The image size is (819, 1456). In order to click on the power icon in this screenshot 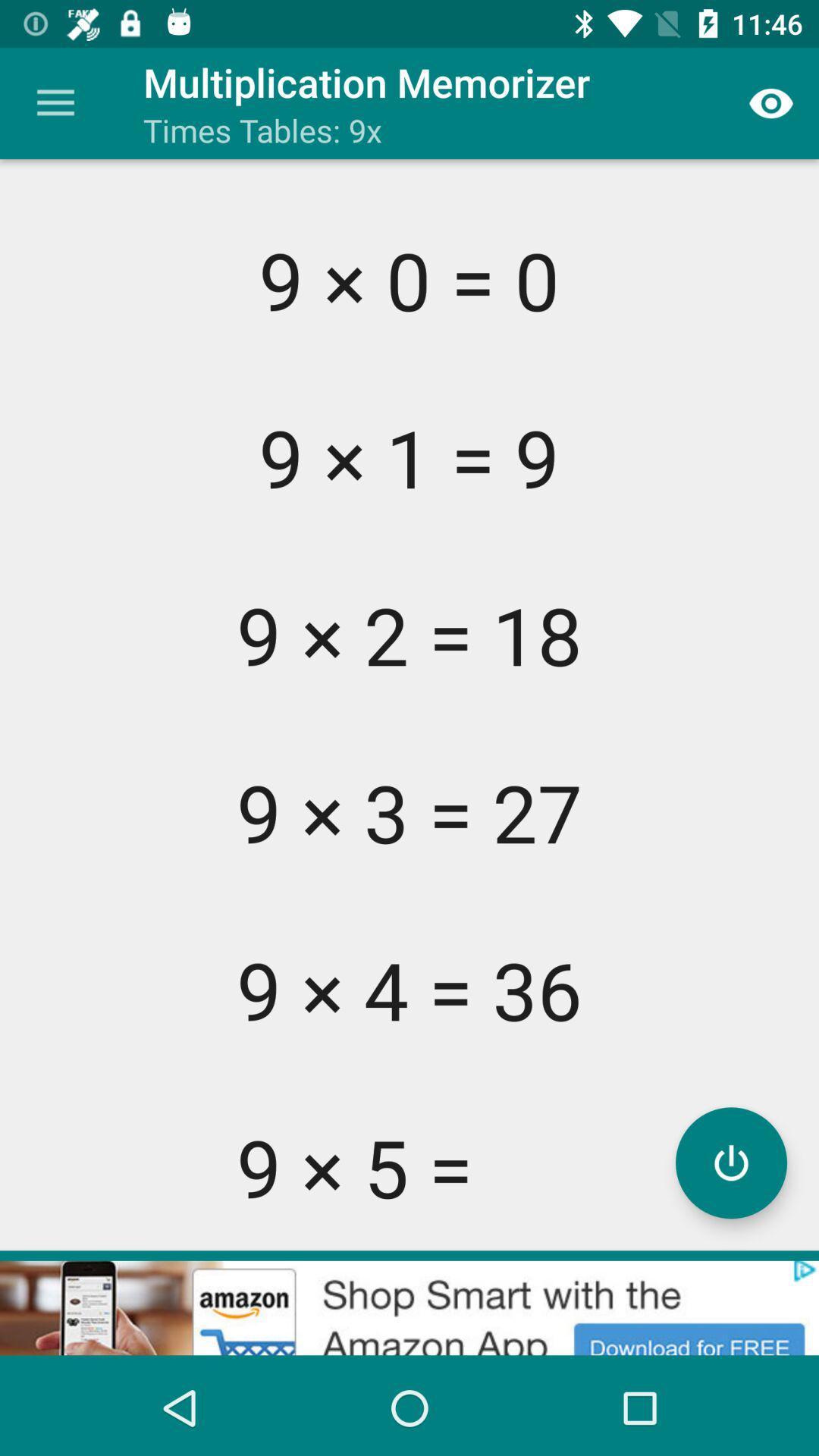, I will do `click(730, 1162)`.